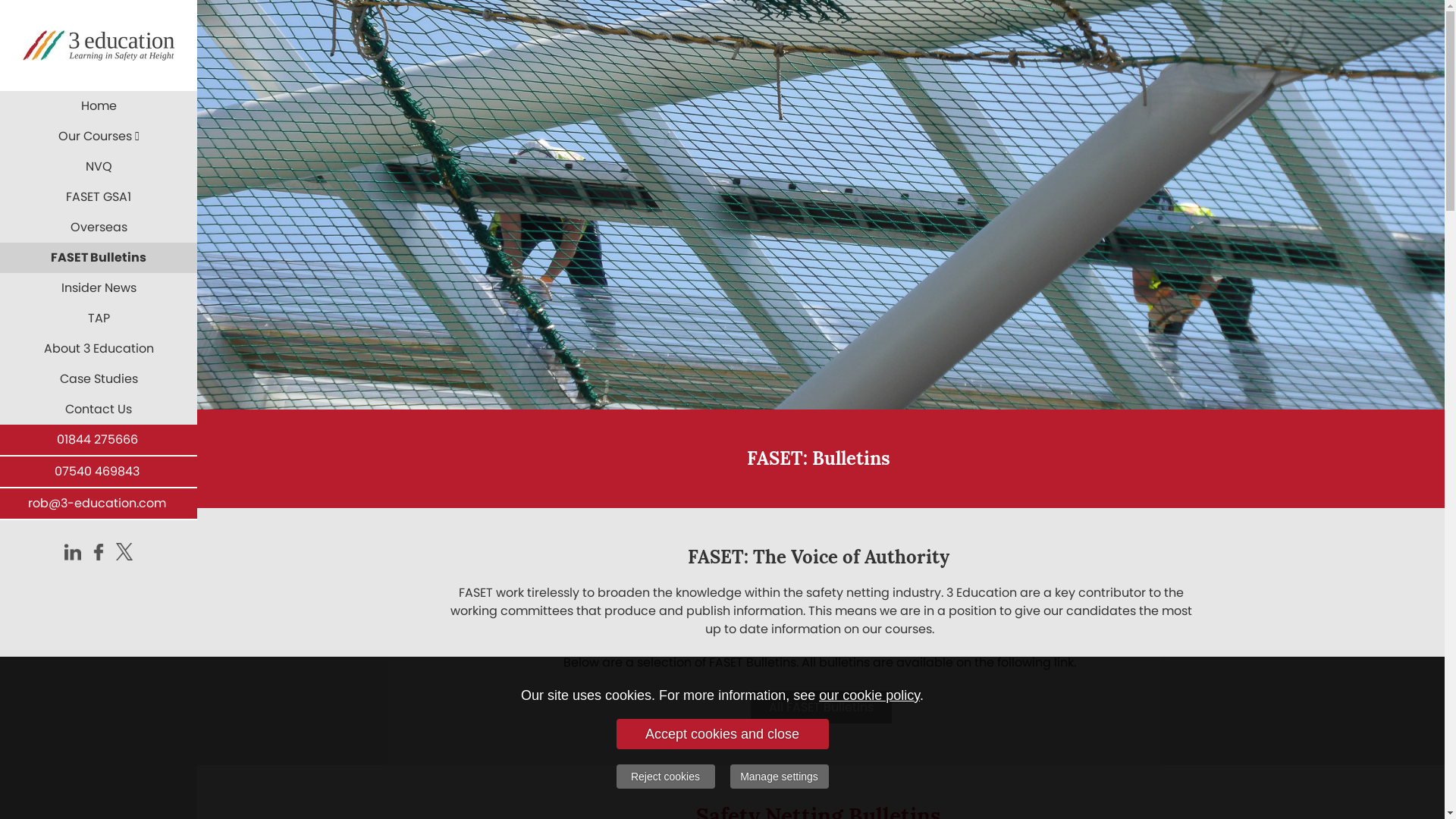 The height and width of the screenshot is (819, 1456). What do you see at coordinates (779, 776) in the screenshot?
I see `'Manage settings'` at bounding box center [779, 776].